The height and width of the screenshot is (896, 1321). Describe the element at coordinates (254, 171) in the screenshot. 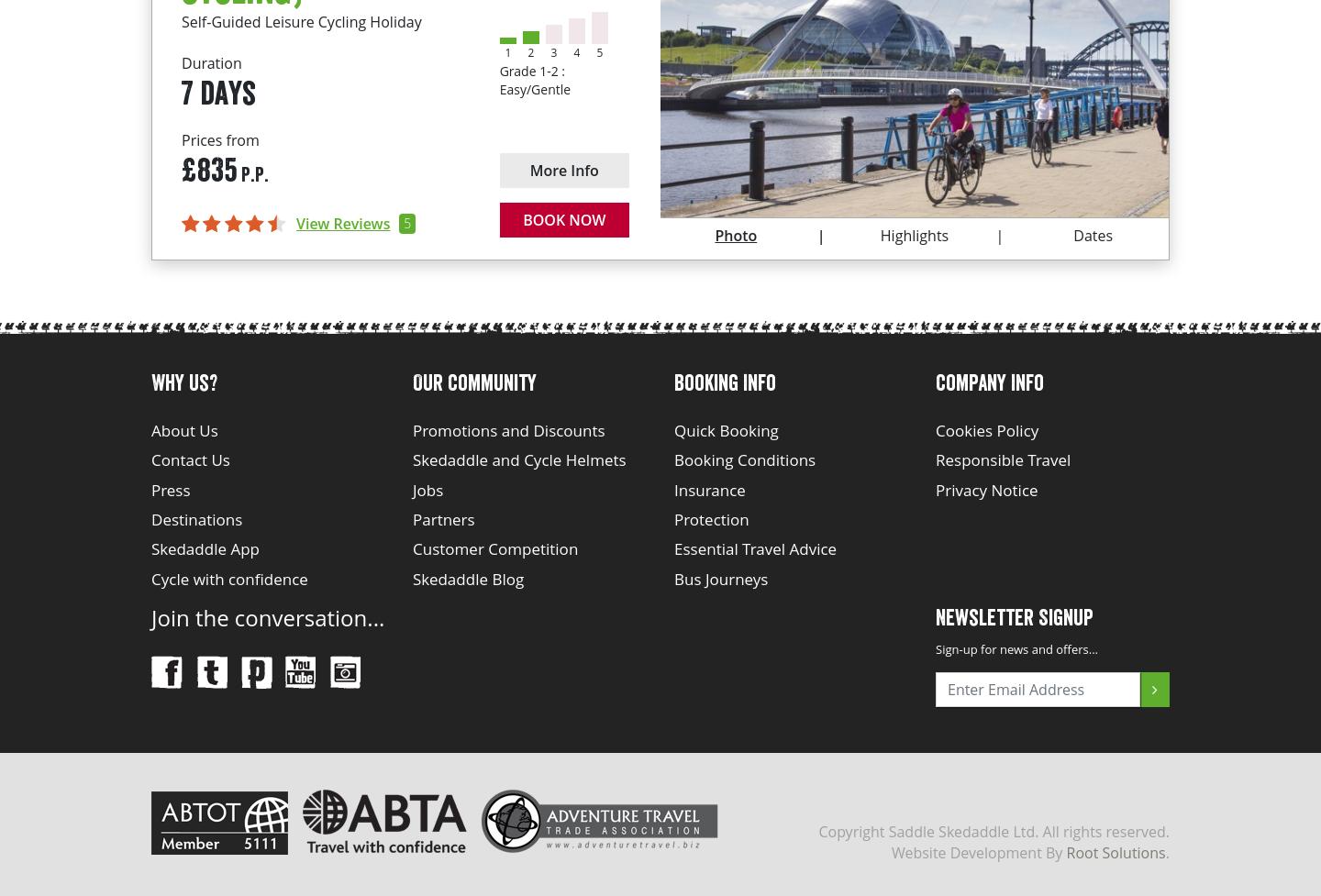

I see `'P.P.'` at that location.